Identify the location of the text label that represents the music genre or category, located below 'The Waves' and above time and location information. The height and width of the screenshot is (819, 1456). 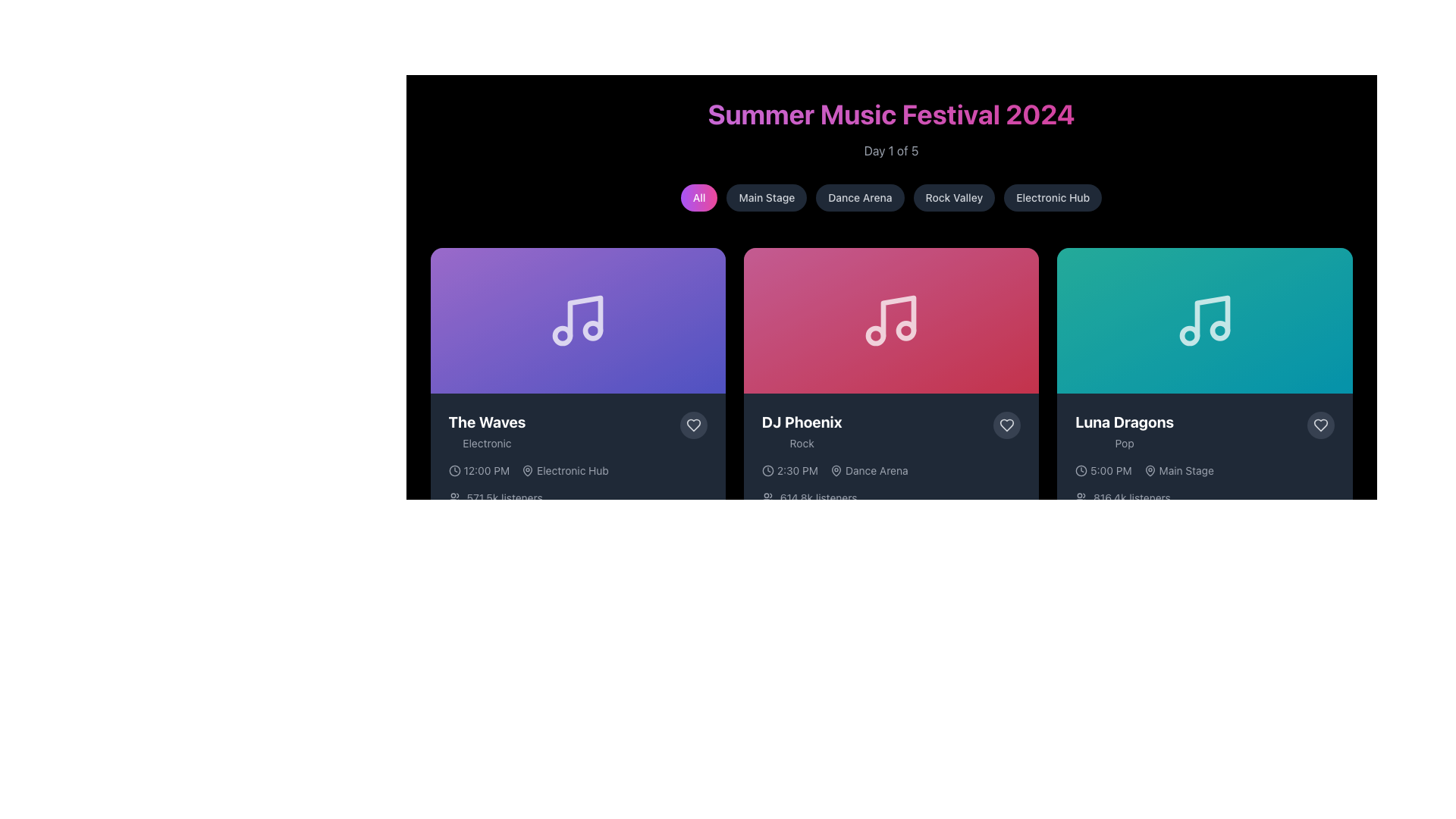
(487, 444).